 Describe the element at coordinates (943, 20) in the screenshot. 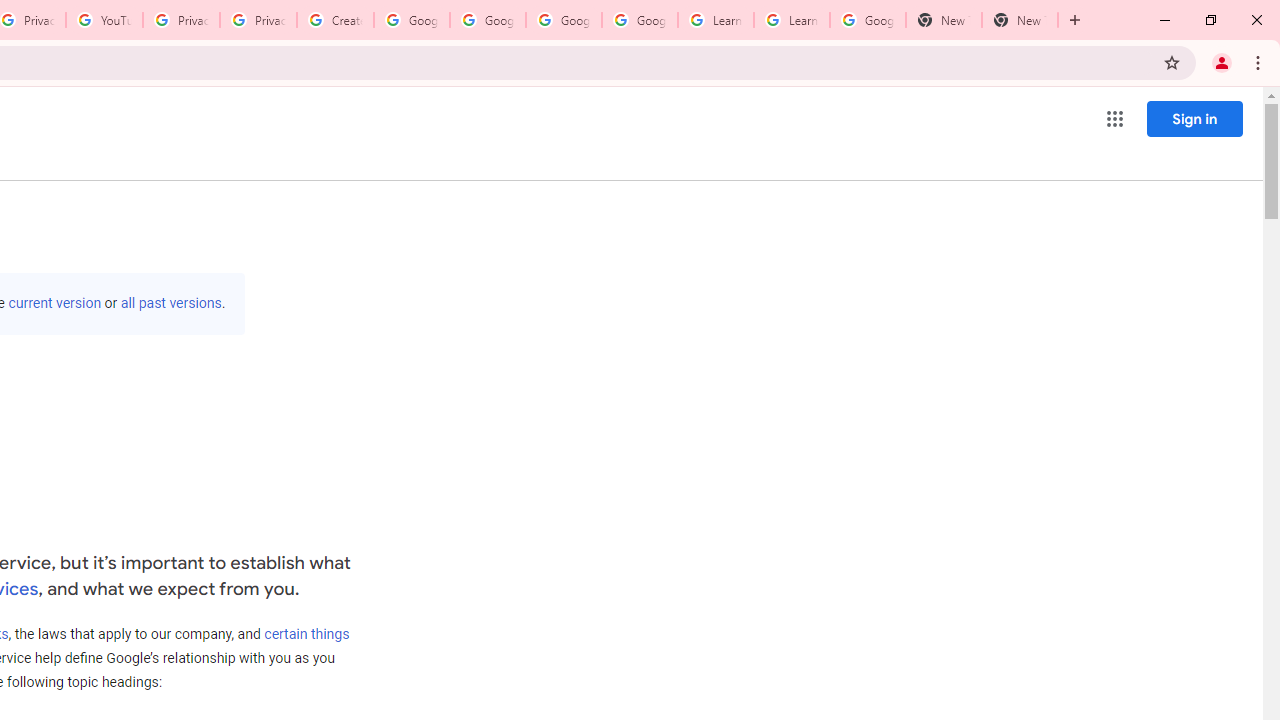

I see `'New Tab'` at that location.